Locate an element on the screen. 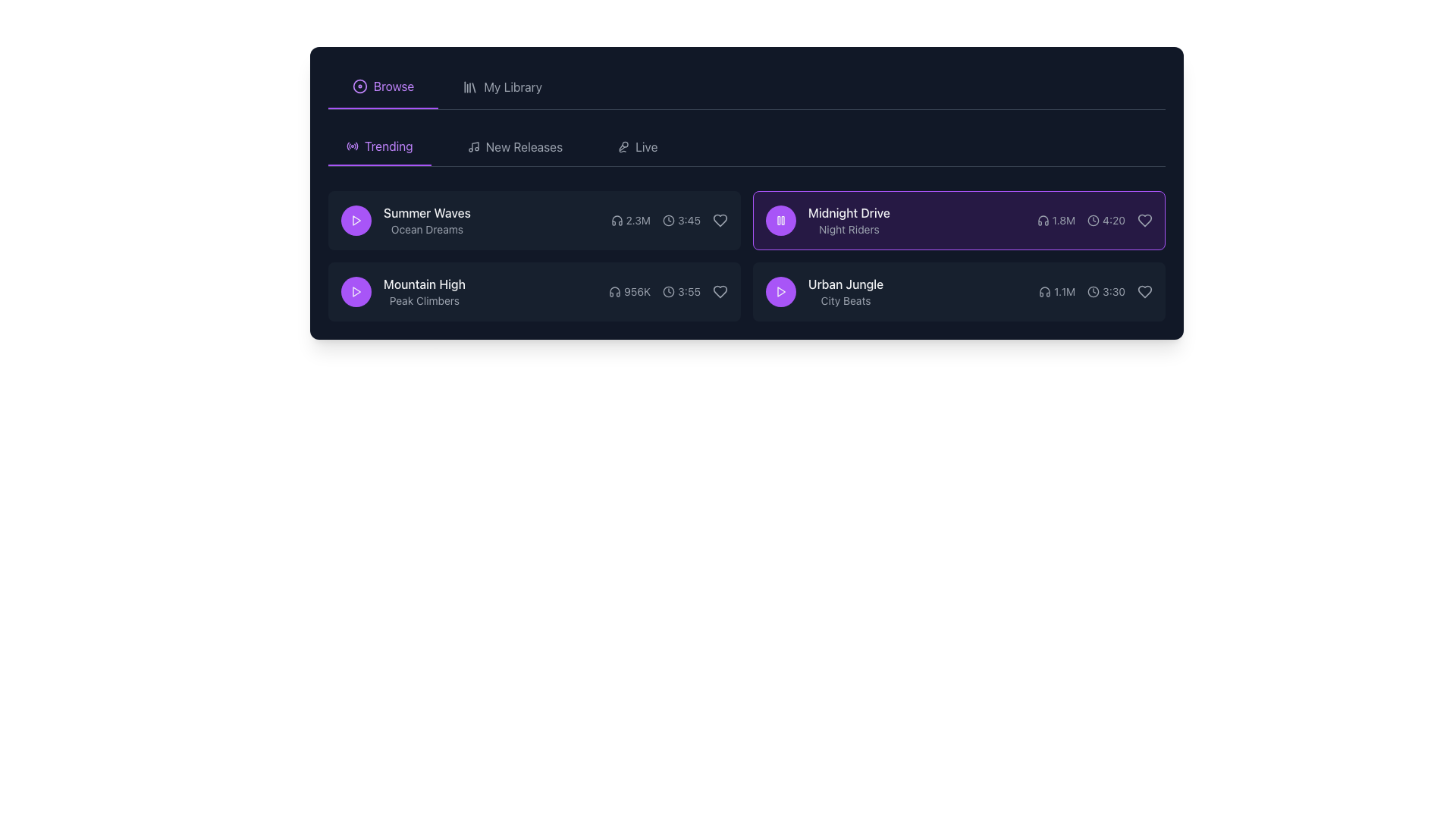 The image size is (1456, 819). the text label representing a media item in the playlist is located at coordinates (824, 292).